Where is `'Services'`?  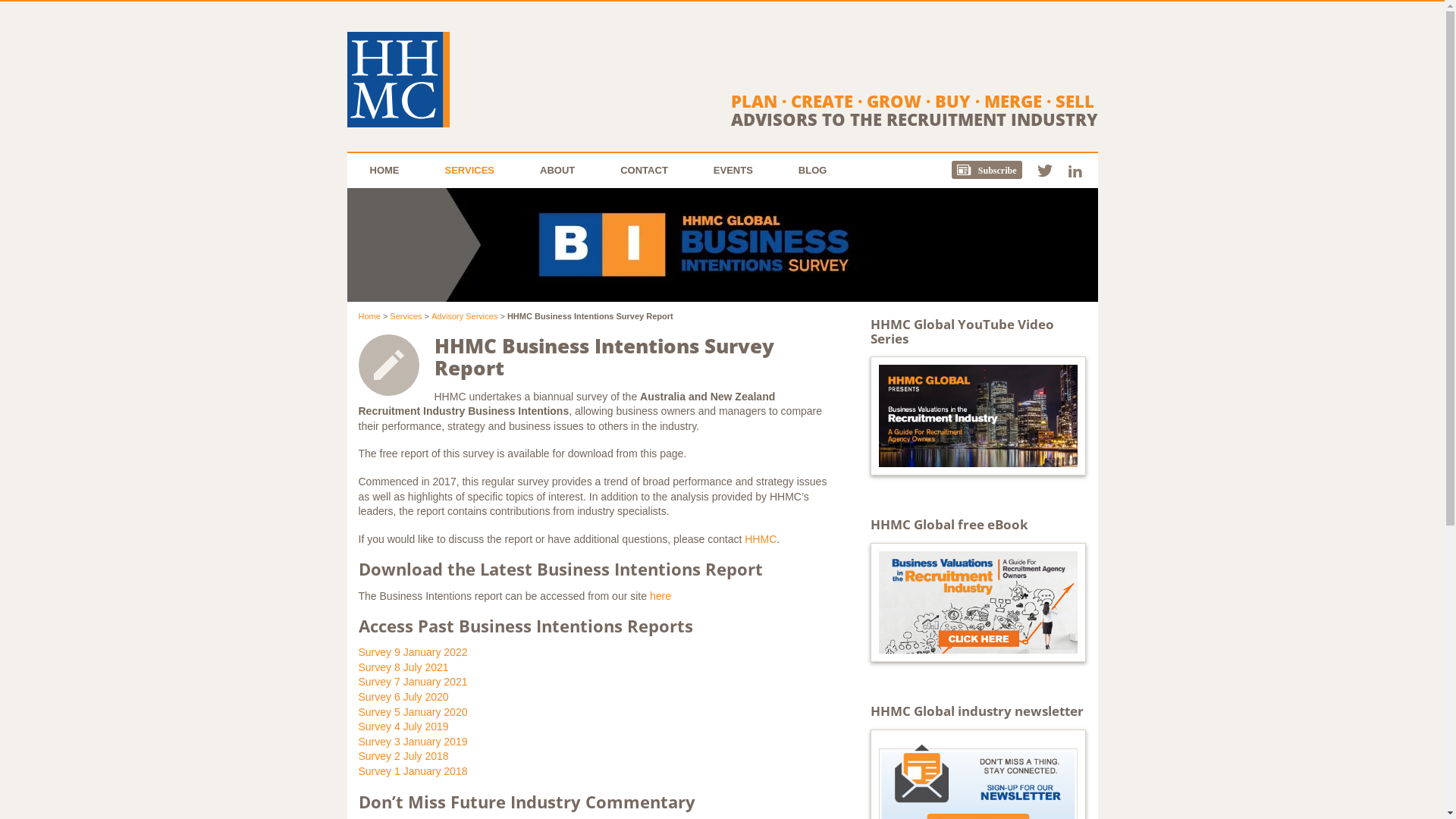 'Services' is located at coordinates (405, 315).